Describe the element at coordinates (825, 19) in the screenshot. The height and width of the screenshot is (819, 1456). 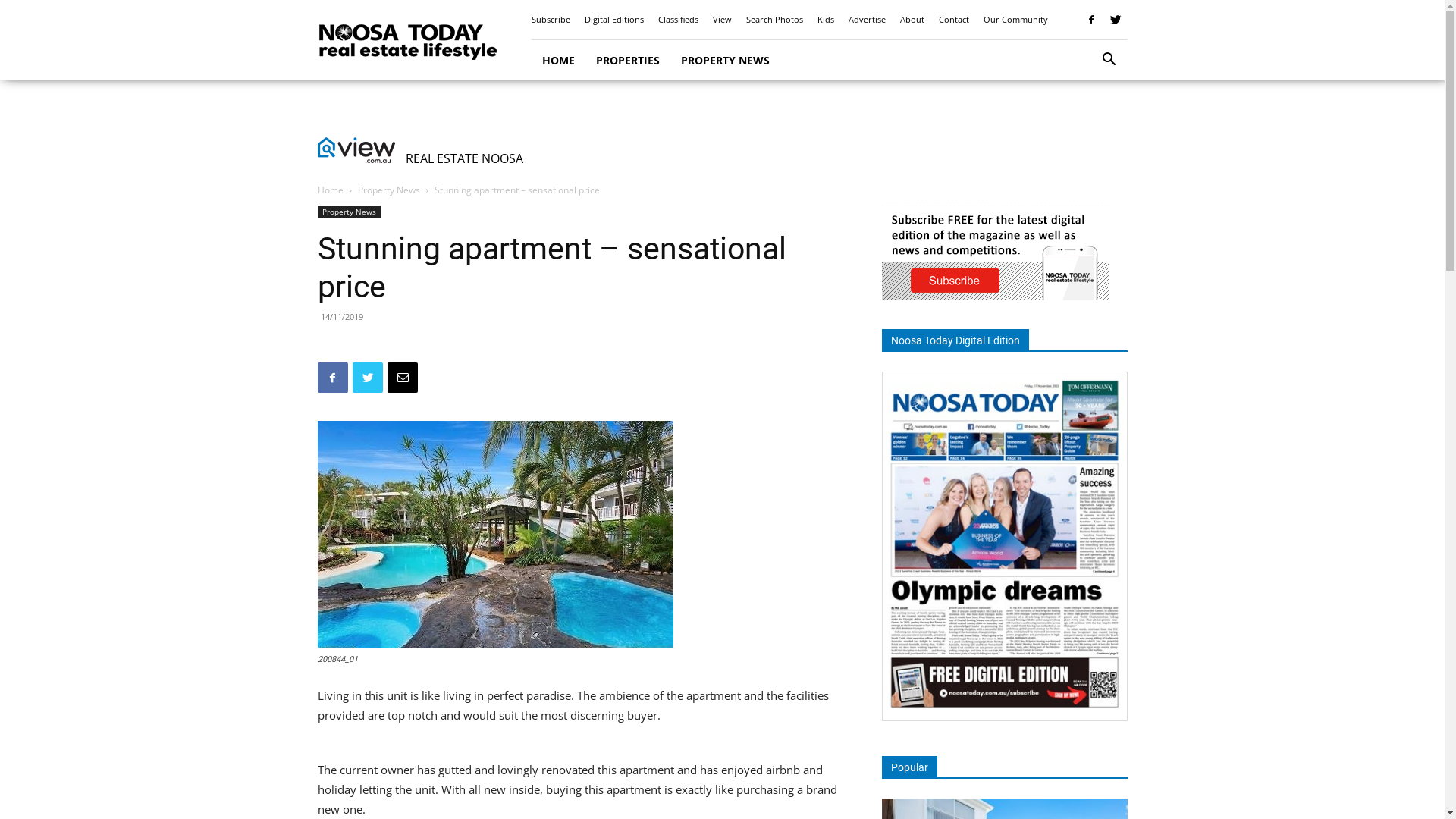
I see `'Kids'` at that location.